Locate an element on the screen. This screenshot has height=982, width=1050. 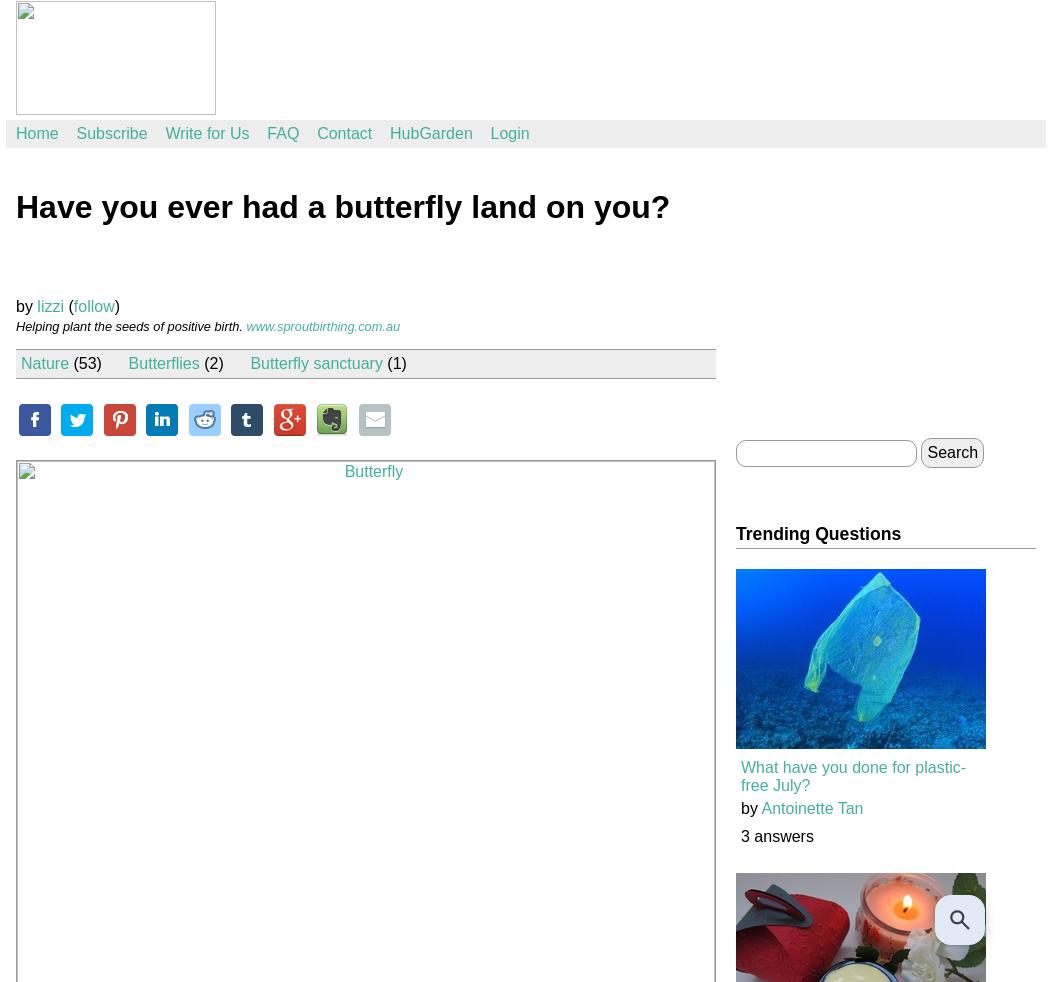
'Have you ever had a butterfly land on you?' is located at coordinates (342, 206).